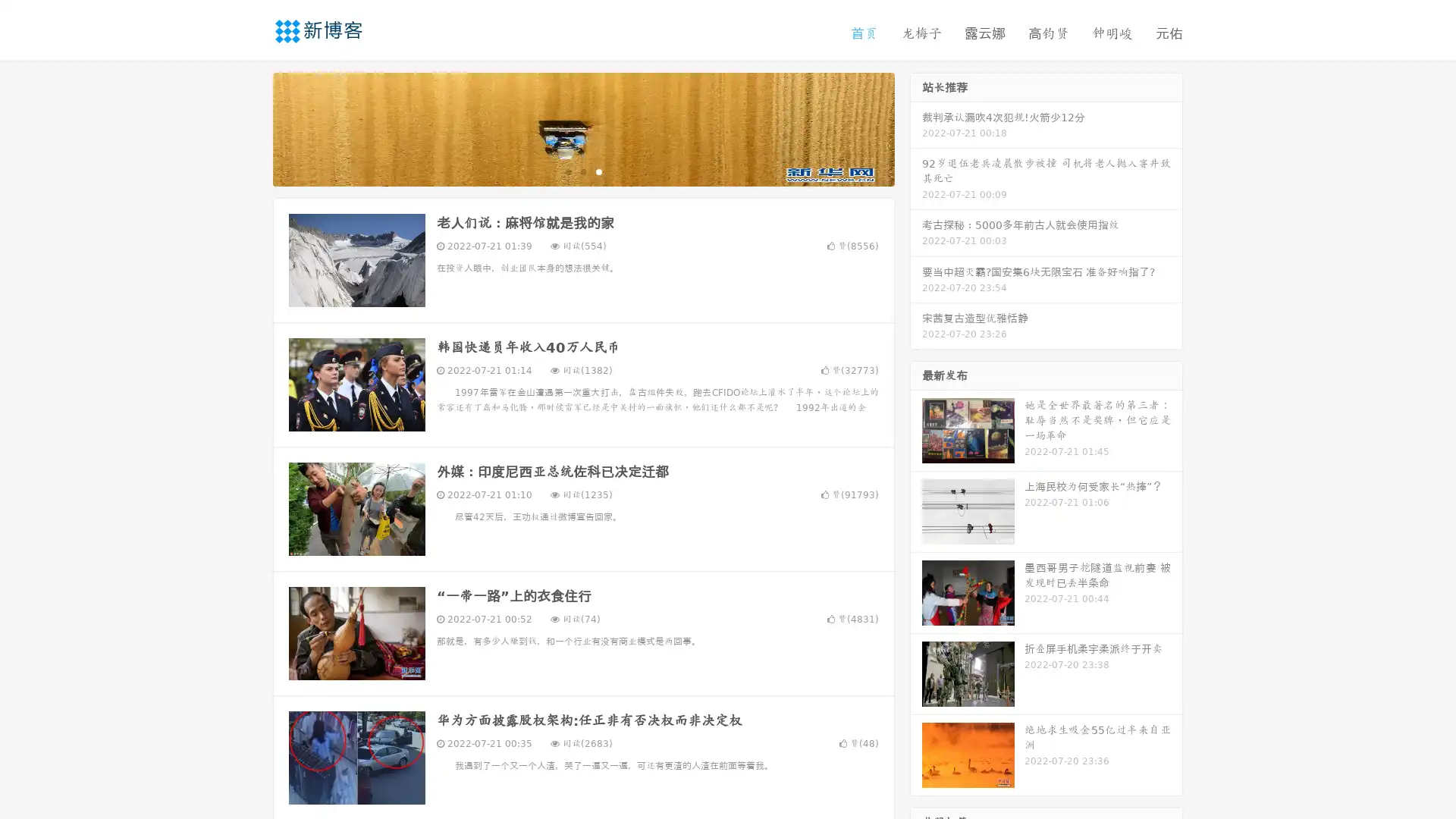 The height and width of the screenshot is (819, 1456). I want to click on Go to slide 2, so click(582, 171).